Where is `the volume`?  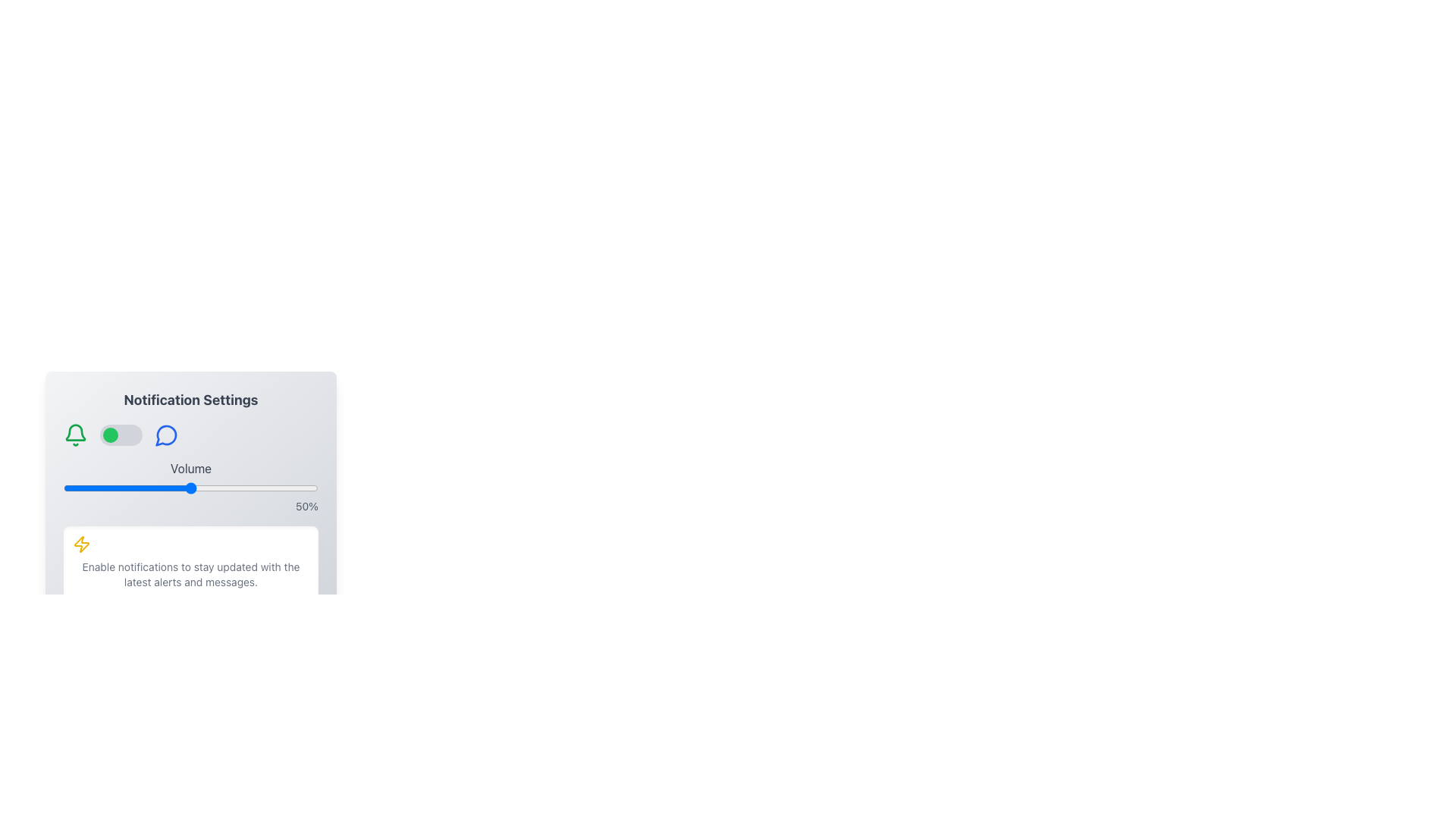 the volume is located at coordinates (285, 488).